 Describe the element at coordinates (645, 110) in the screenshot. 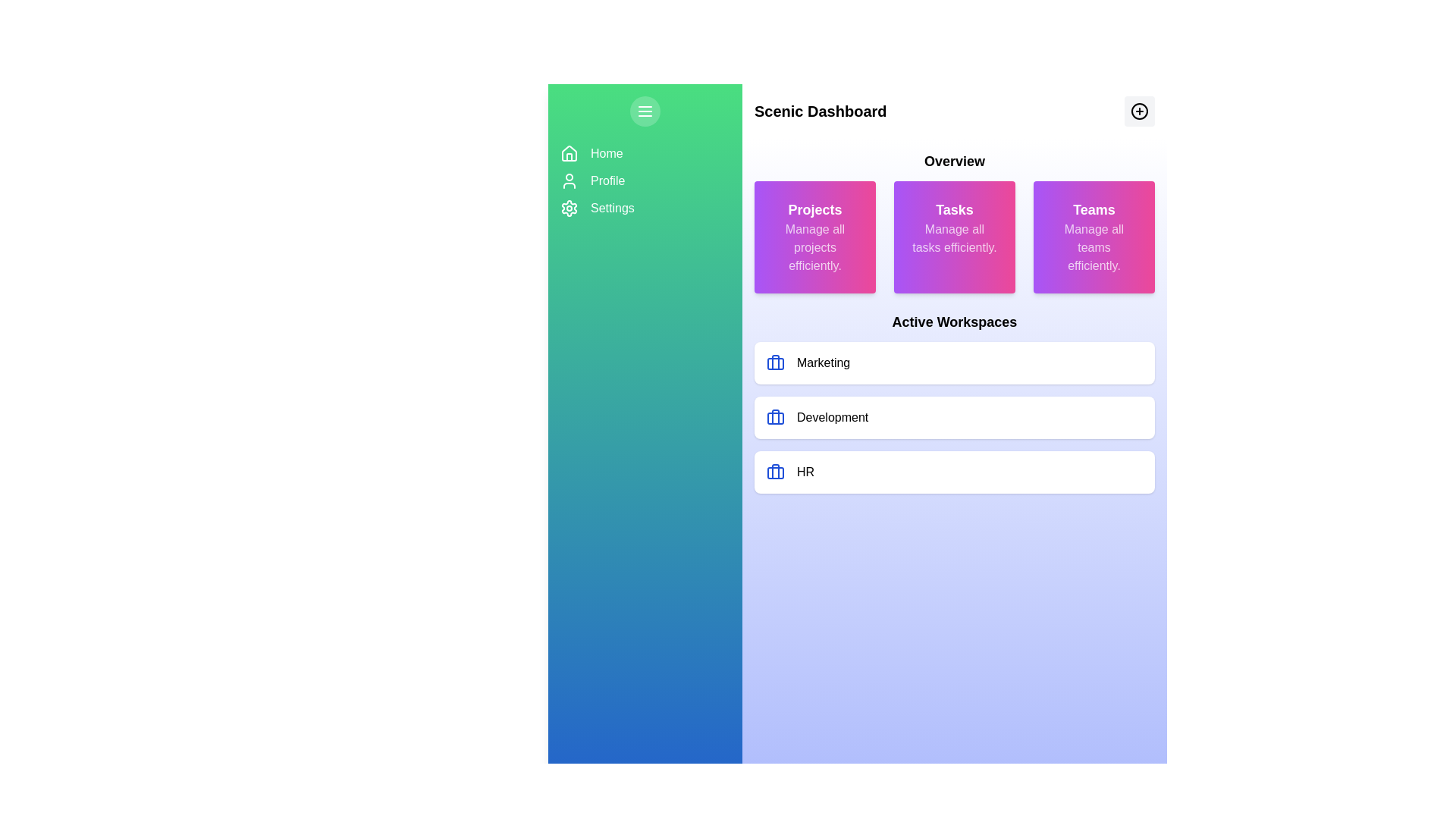

I see `the menu toggle button located near the top left in the sidebar region of the dashboard interface` at that location.